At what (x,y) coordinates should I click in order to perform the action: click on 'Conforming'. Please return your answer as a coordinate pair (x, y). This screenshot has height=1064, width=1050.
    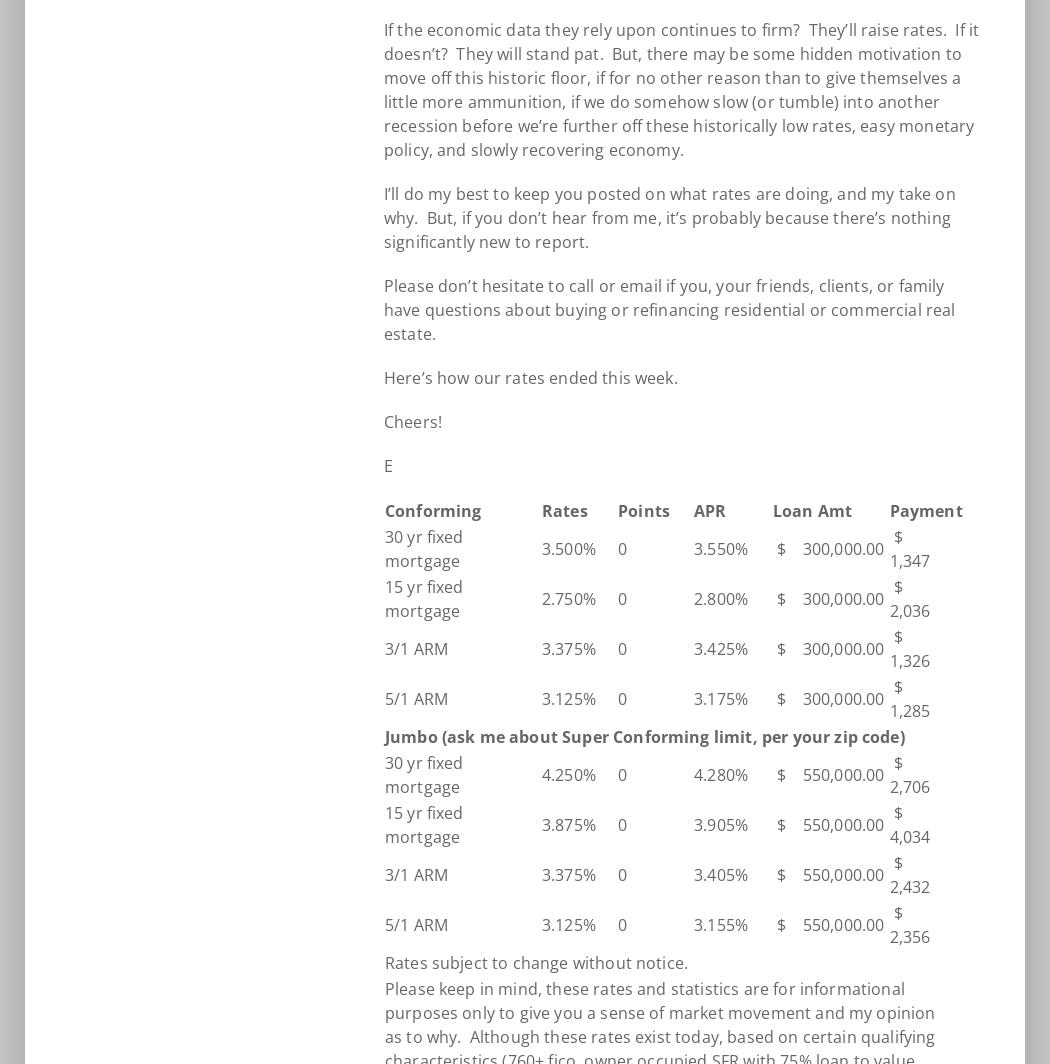
    Looking at the image, I should click on (431, 511).